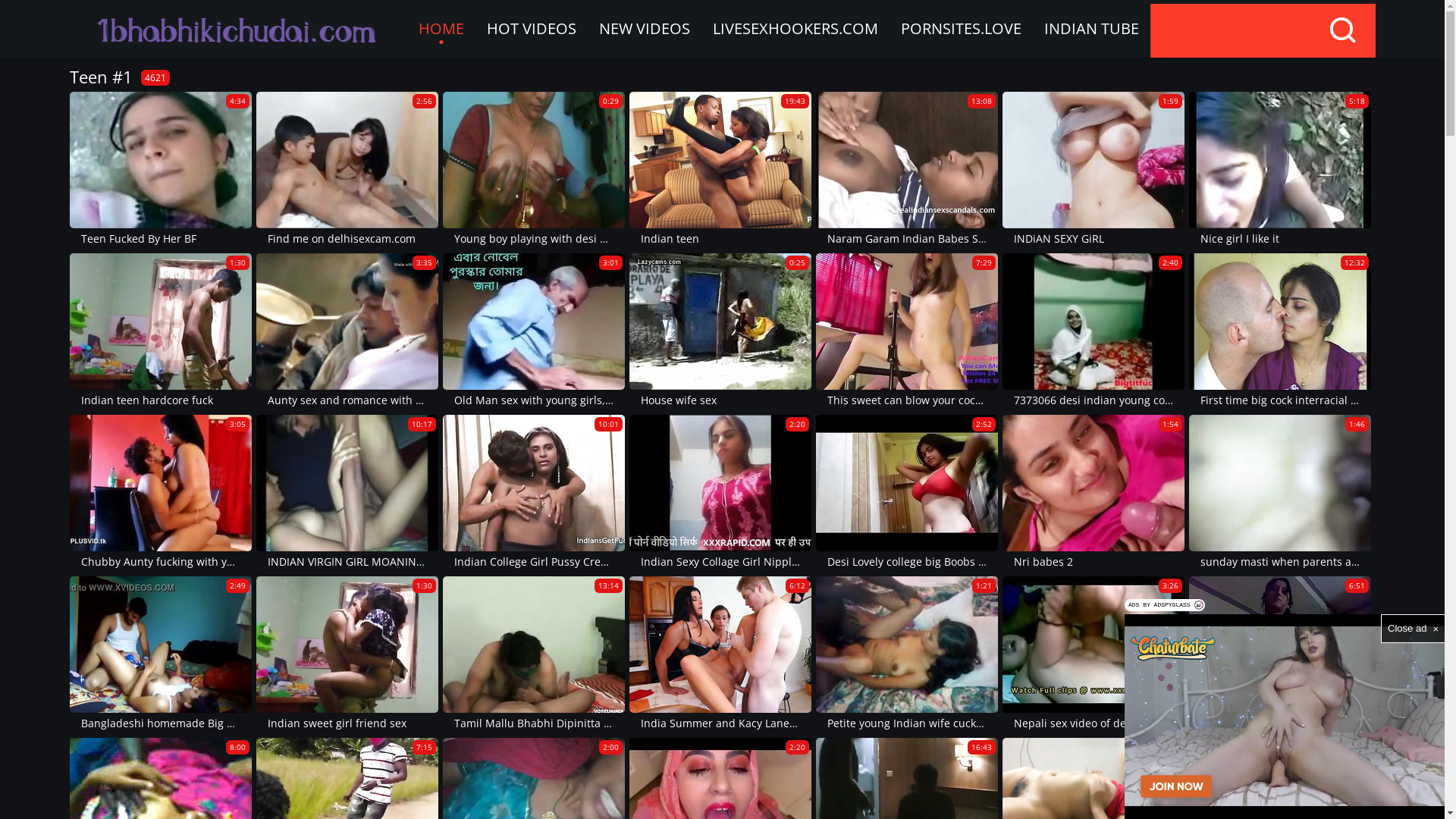 The height and width of the screenshot is (819, 1456). I want to click on '12:32, so click(1279, 331).